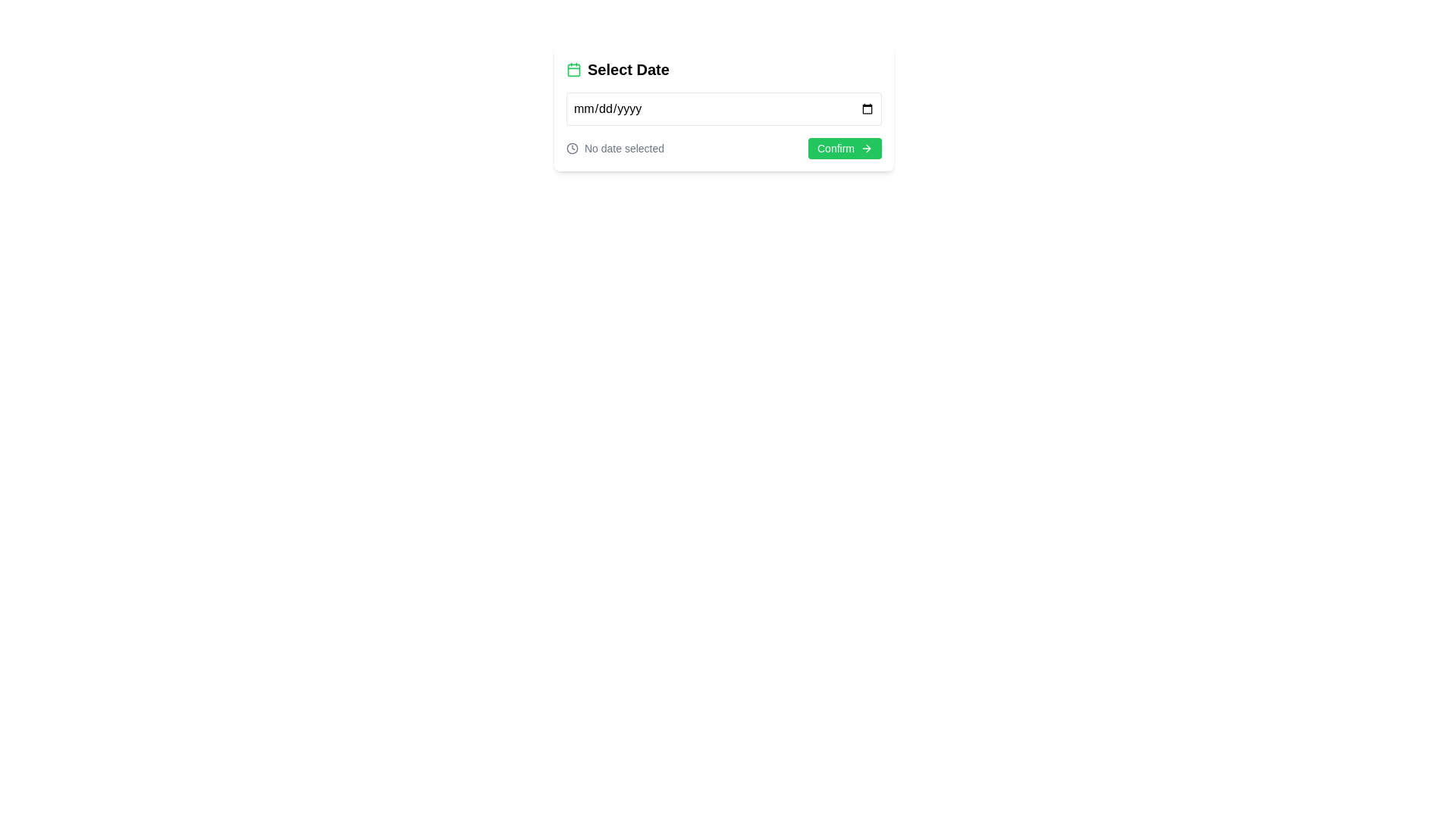 This screenshot has height=819, width=1456. What do you see at coordinates (573, 70) in the screenshot?
I see `the green calendar icon located to the left of the 'Select Date' section, which is visually distinct with outlined strokes` at bounding box center [573, 70].